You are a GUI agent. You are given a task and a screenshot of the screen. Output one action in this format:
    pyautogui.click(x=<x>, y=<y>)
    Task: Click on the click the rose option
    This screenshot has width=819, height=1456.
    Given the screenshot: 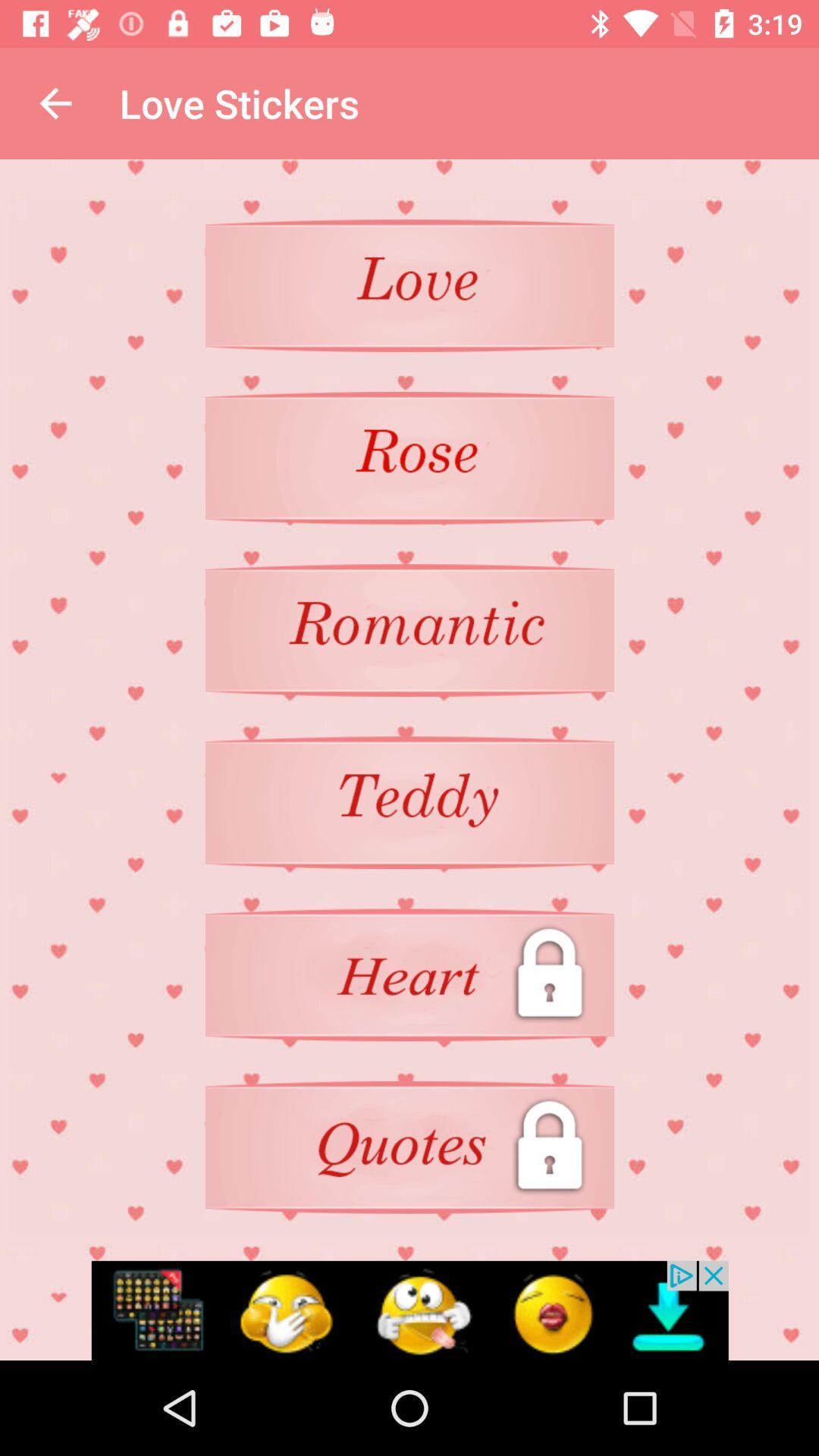 What is the action you would take?
    pyautogui.click(x=409, y=457)
    